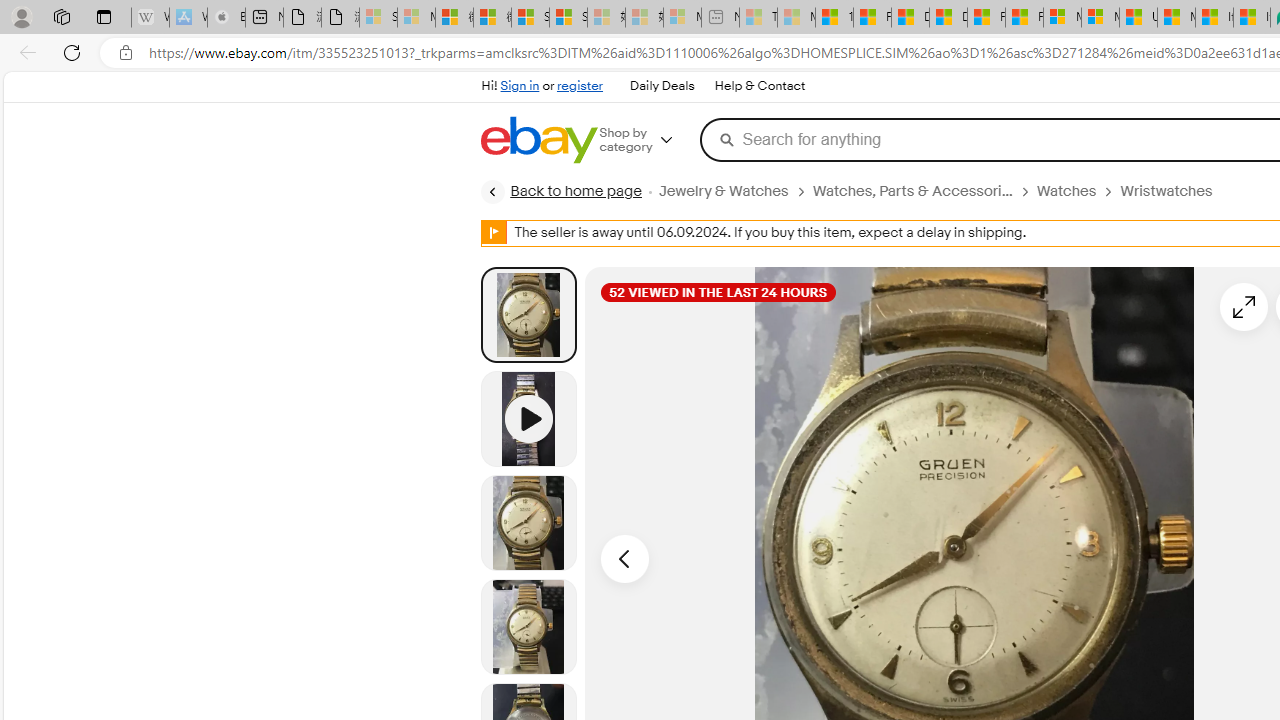 This screenshot has width=1280, height=720. Describe the element at coordinates (1166, 191) in the screenshot. I see `'Wristwatches'` at that location.